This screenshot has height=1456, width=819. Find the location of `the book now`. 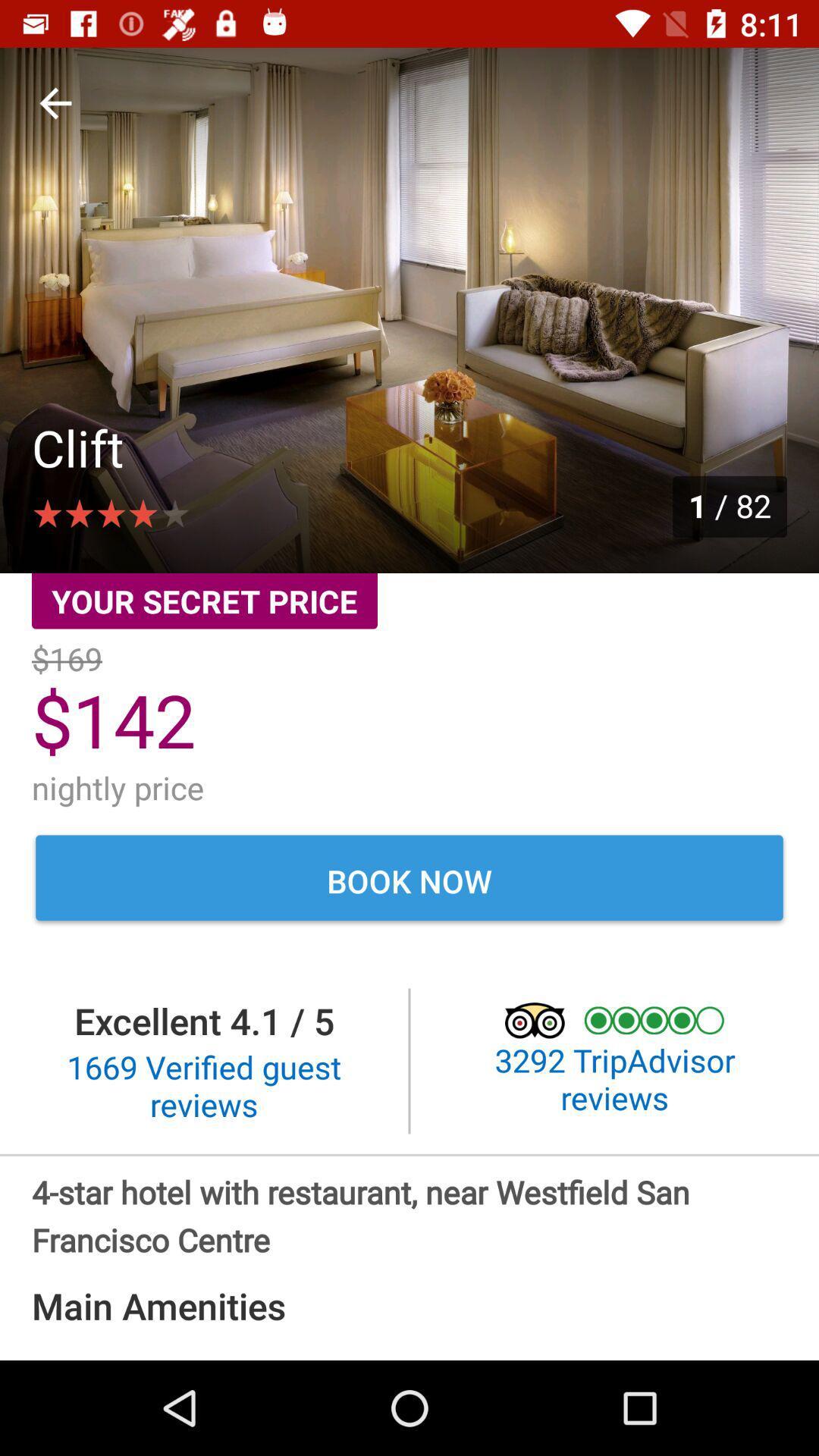

the book now is located at coordinates (409, 880).